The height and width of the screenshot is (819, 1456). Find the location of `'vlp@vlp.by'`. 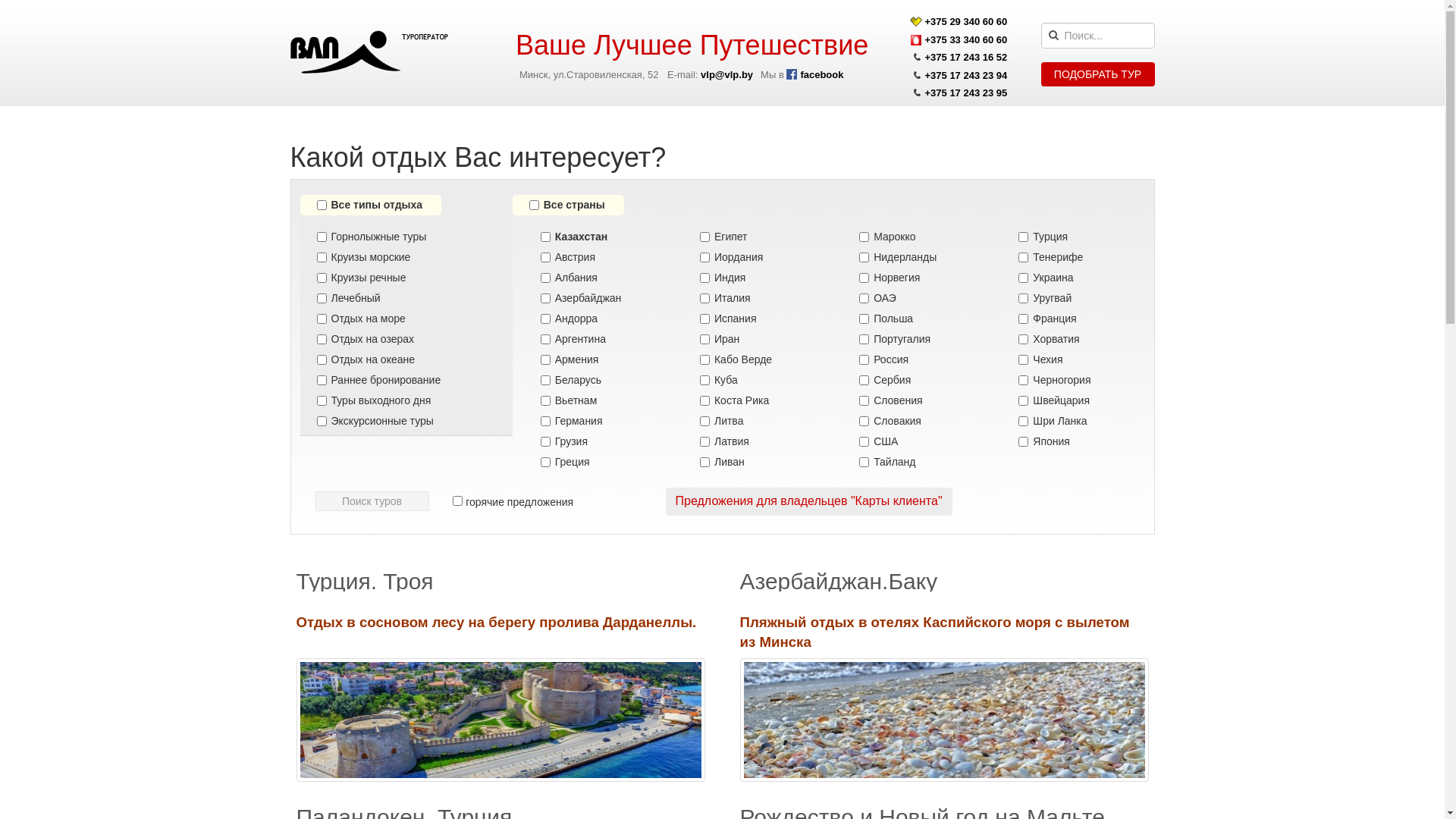

'vlp@vlp.by' is located at coordinates (726, 74).